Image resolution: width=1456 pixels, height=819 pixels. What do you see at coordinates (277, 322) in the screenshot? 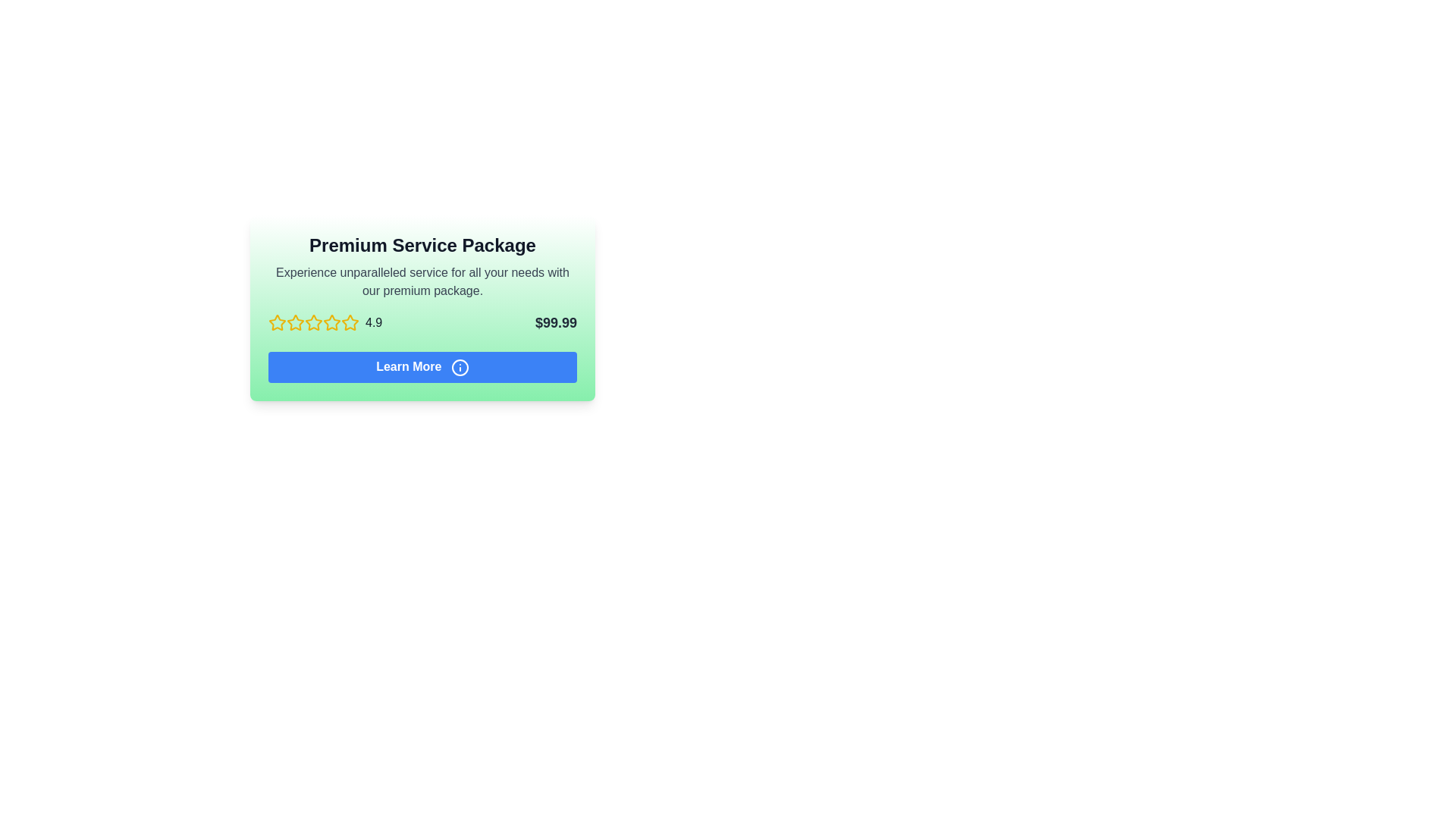
I see `the first Rating Star Icon with a yellow border and hollow center, part of the rating system for the Premium Service Package card, located at the center of the interface` at bounding box center [277, 322].